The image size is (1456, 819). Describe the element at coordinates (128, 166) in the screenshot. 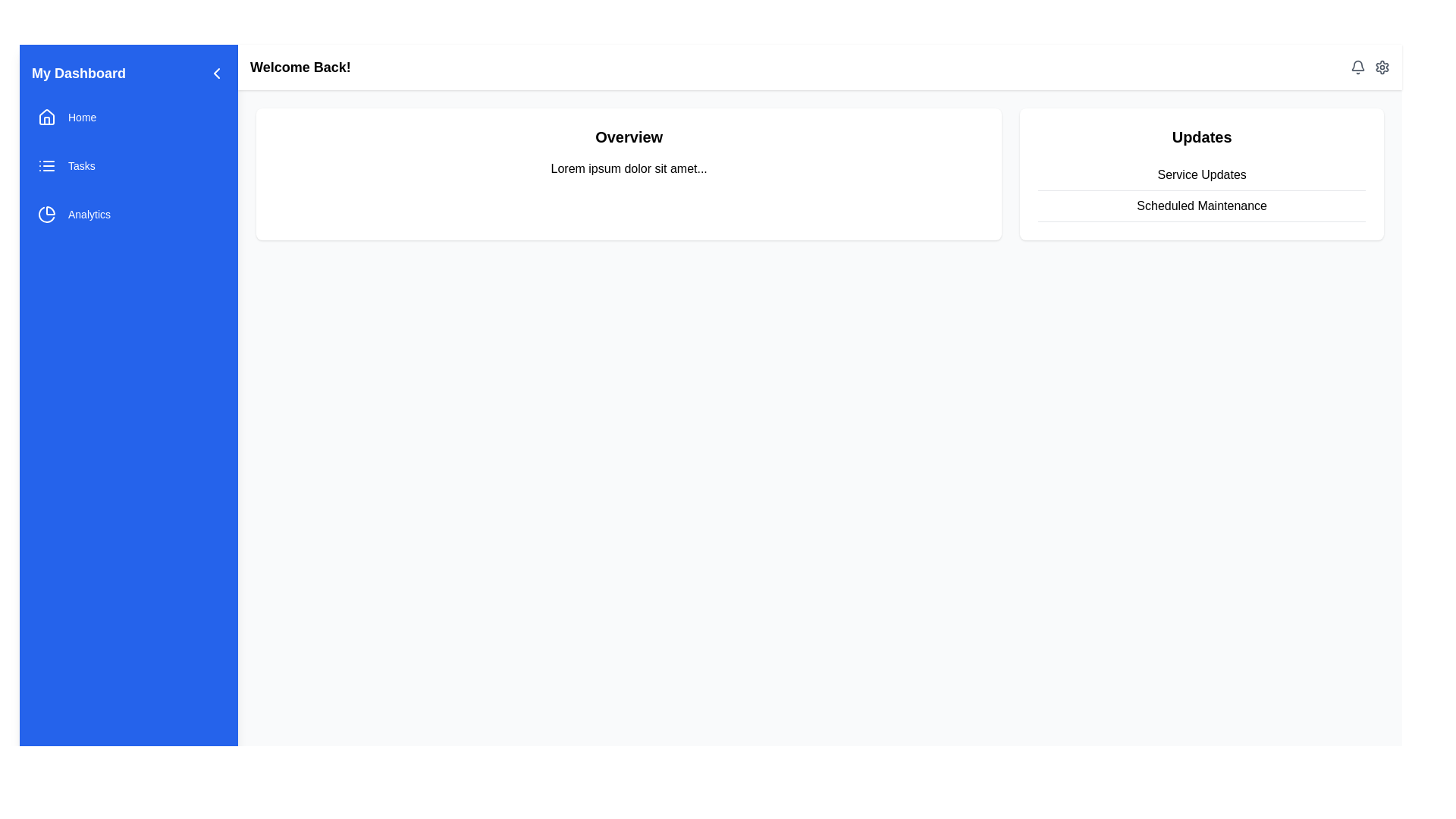

I see `the 'Tasks' menu item in the sidebar of the dashboard` at that location.